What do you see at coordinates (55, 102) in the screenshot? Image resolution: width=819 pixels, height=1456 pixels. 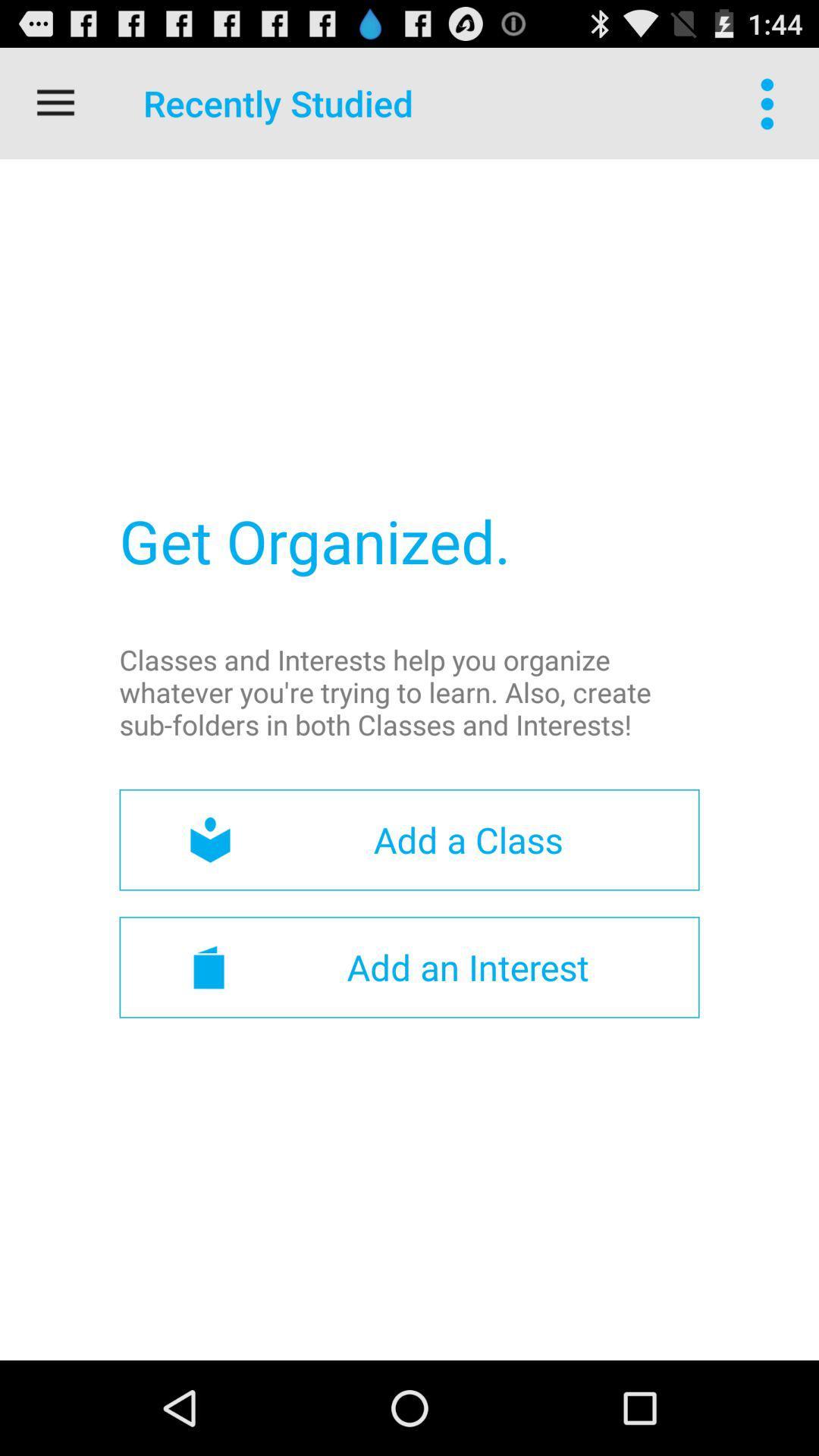 I see `icon above get organized.` at bounding box center [55, 102].